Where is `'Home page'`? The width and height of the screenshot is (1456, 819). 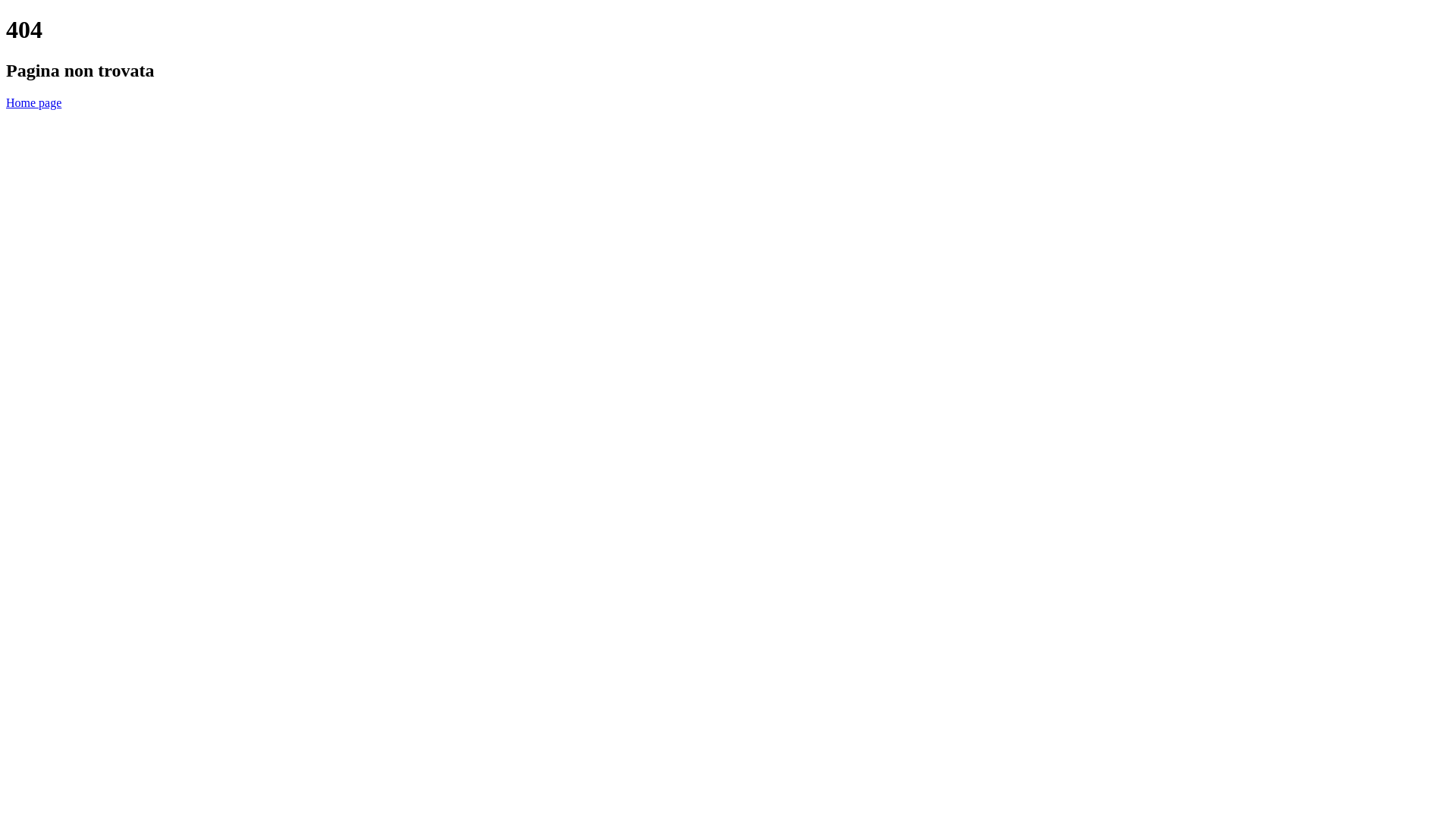 'Home page' is located at coordinates (33, 102).